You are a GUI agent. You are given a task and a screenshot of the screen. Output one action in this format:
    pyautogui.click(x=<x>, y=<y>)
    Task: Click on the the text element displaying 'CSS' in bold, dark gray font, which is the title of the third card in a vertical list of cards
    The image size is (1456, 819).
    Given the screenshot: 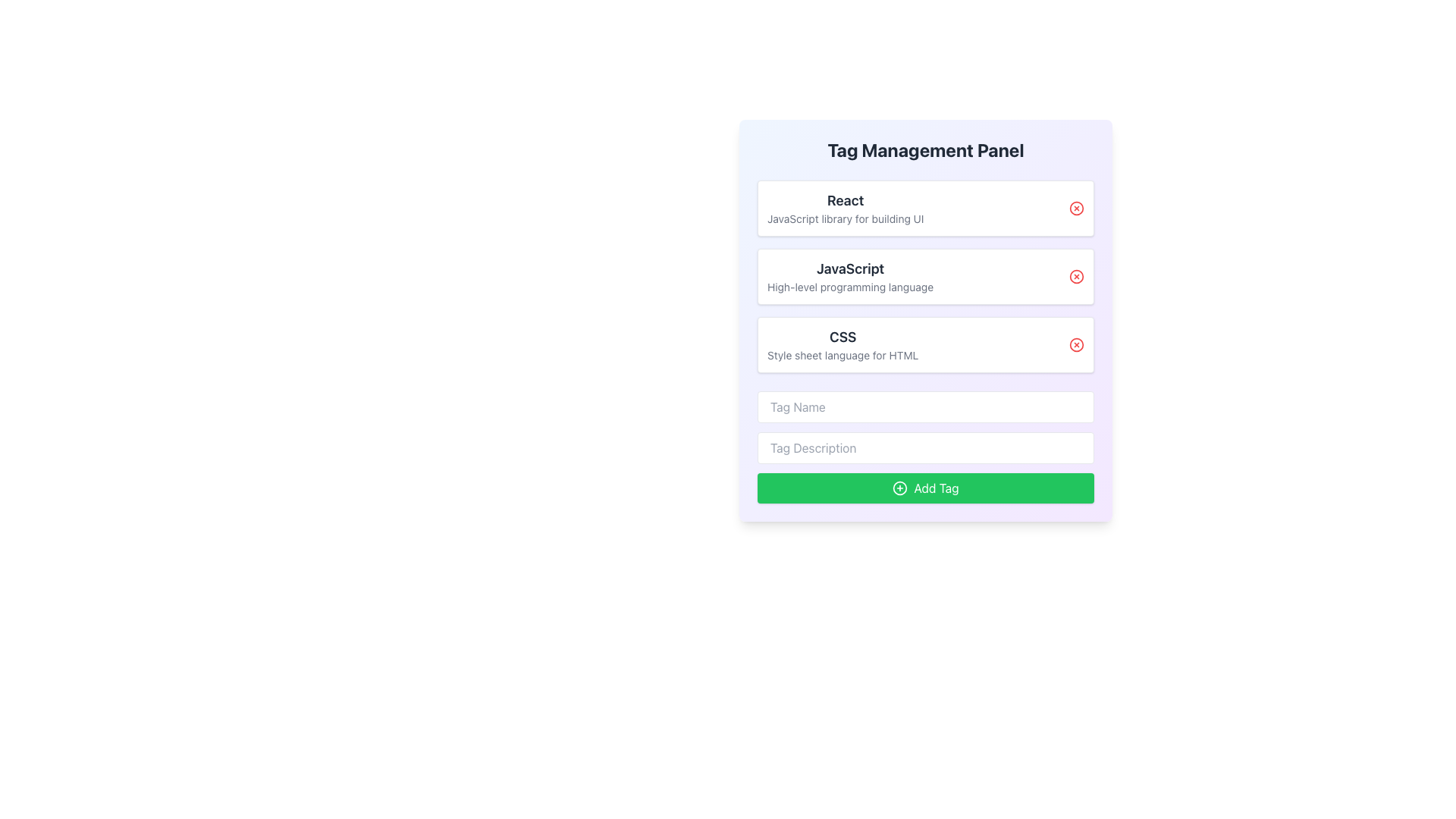 What is the action you would take?
    pyautogui.click(x=842, y=336)
    